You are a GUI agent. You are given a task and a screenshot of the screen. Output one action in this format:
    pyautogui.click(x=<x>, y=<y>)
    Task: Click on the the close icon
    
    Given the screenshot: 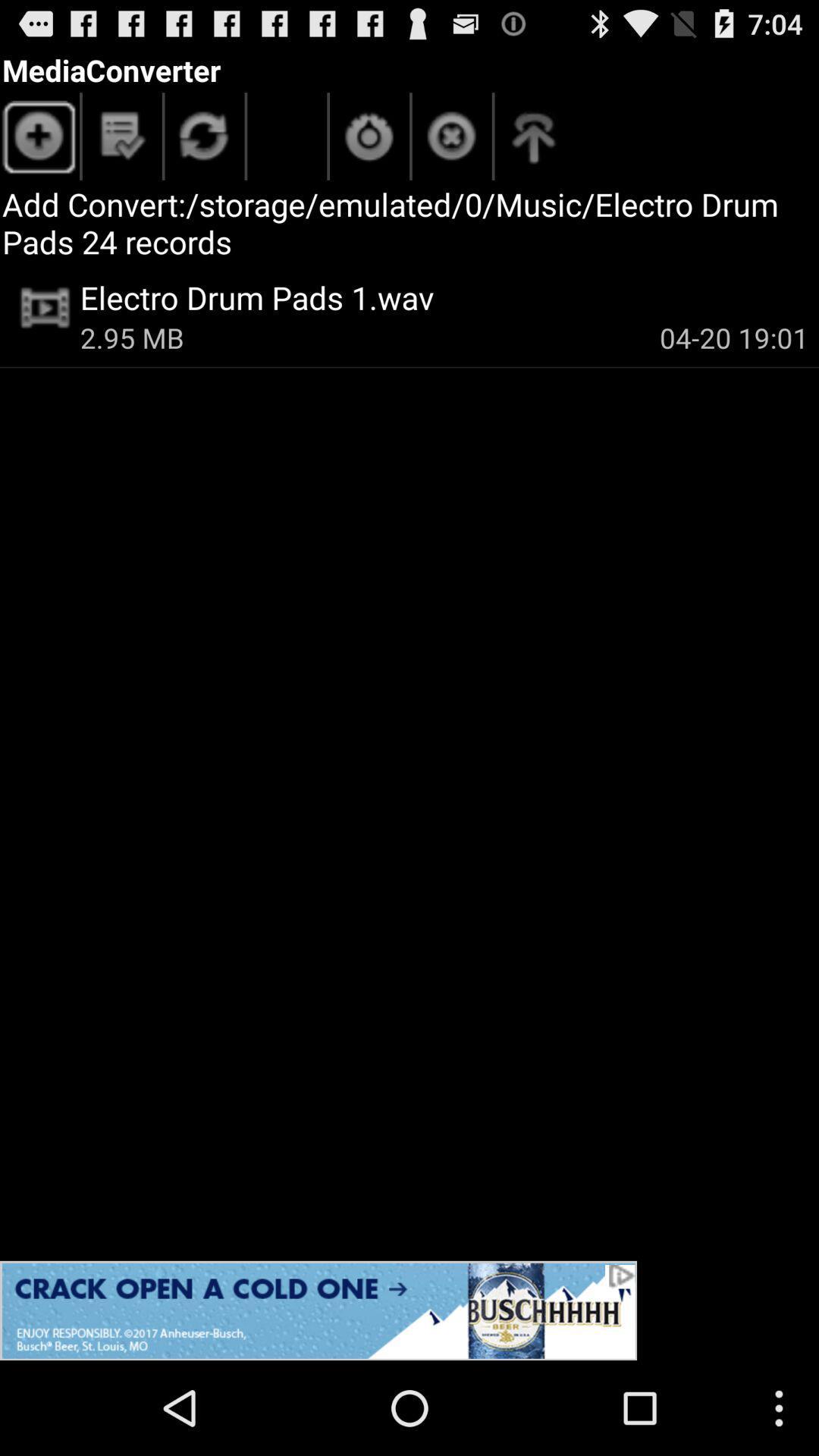 What is the action you would take?
    pyautogui.click(x=451, y=150)
    